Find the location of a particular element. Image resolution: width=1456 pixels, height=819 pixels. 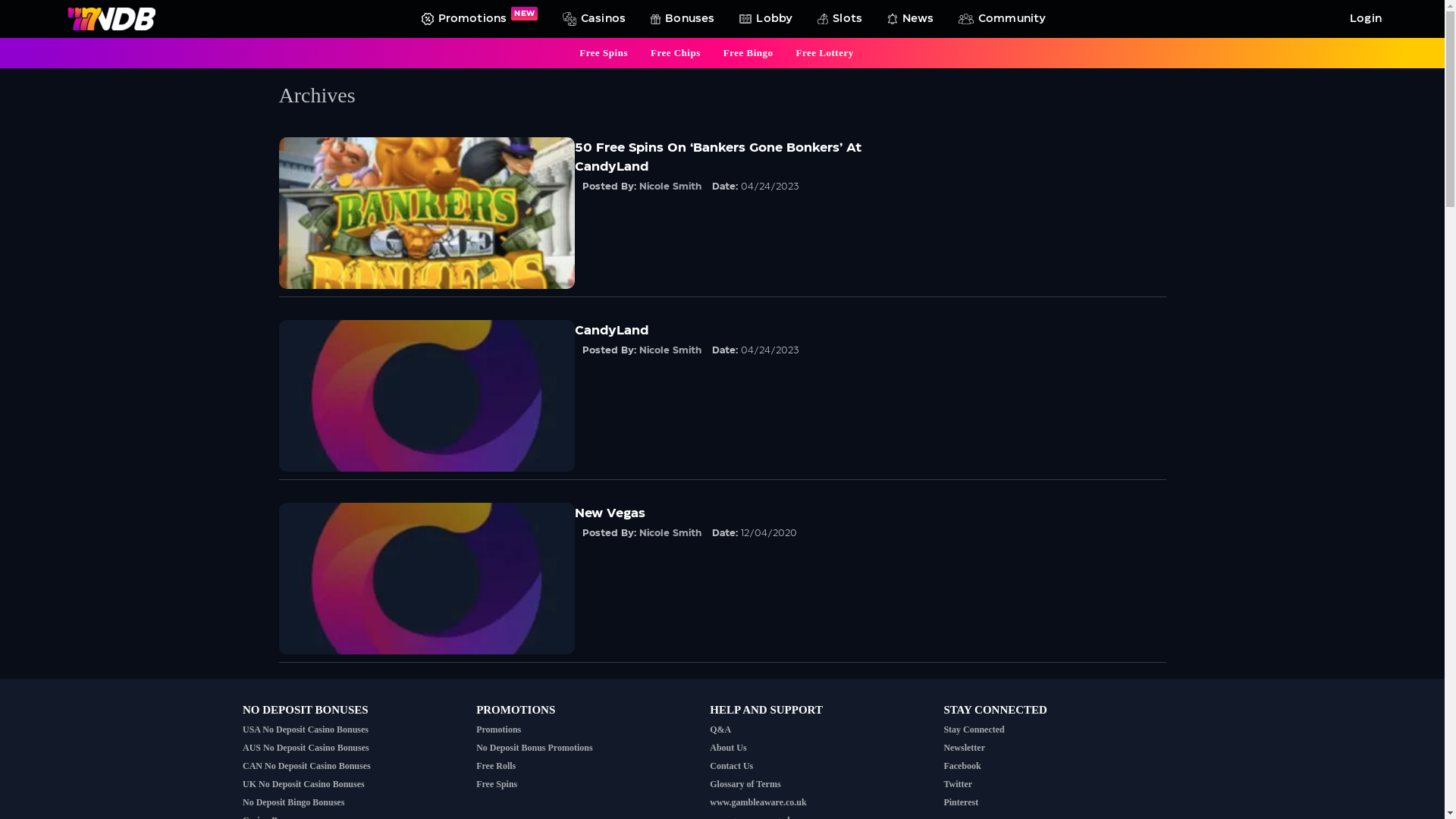

'CAN No Deposit Casino Bonuses' is located at coordinates (306, 766).